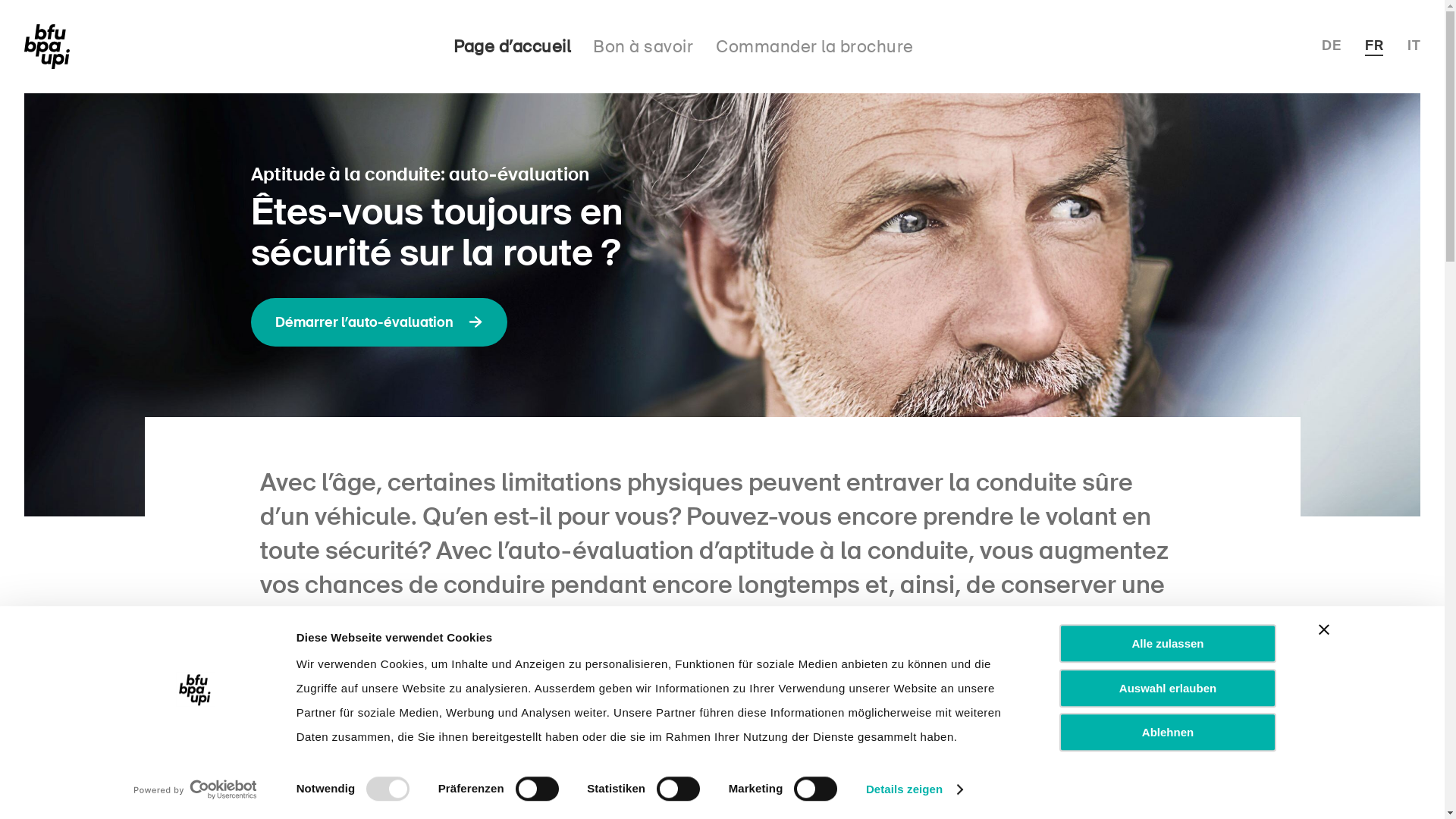 Image resolution: width=1456 pixels, height=819 pixels. What do you see at coordinates (1320, 45) in the screenshot?
I see `'DE'` at bounding box center [1320, 45].